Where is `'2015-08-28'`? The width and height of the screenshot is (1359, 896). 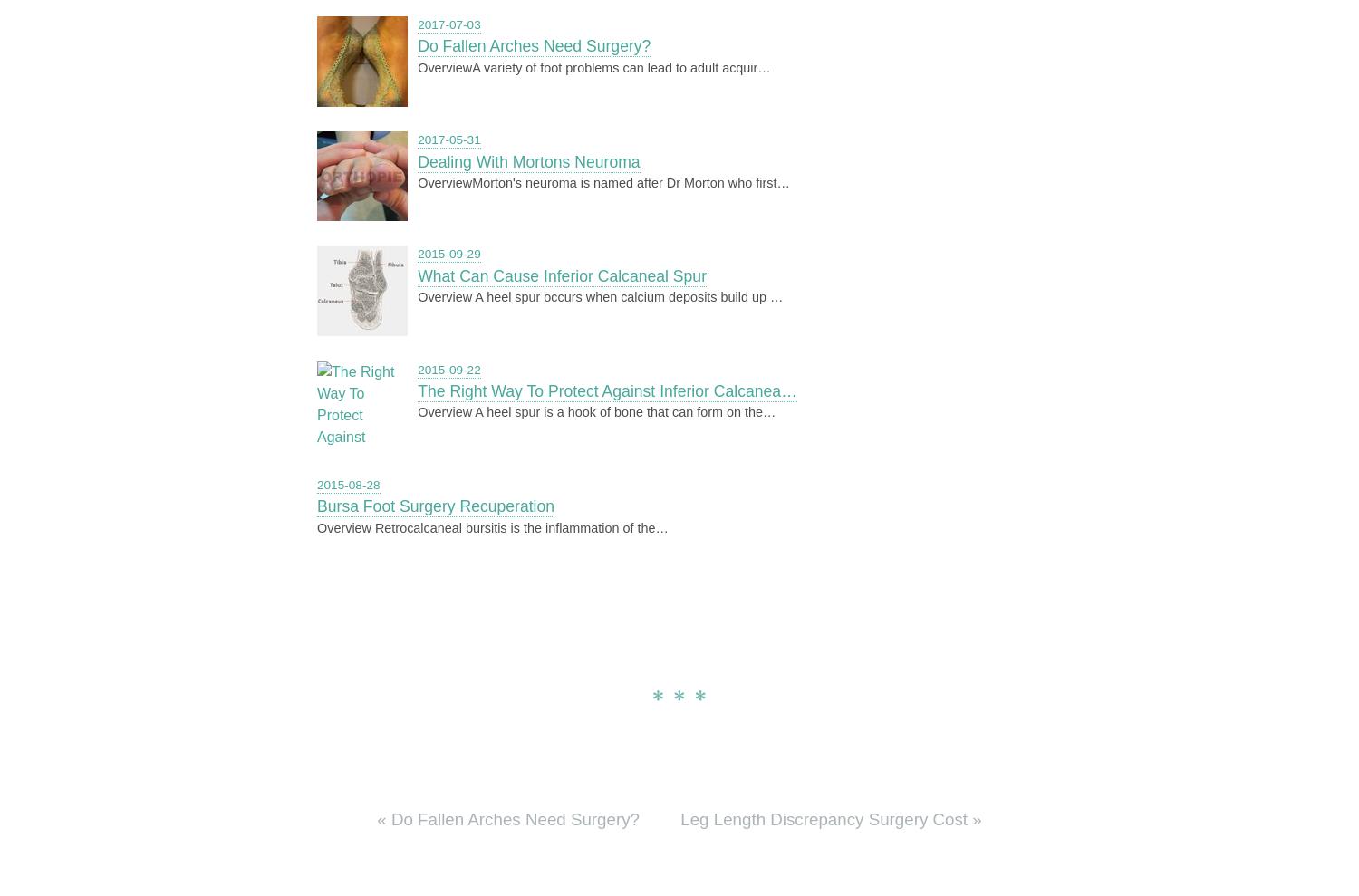 '2015-08-28' is located at coordinates (348, 484).